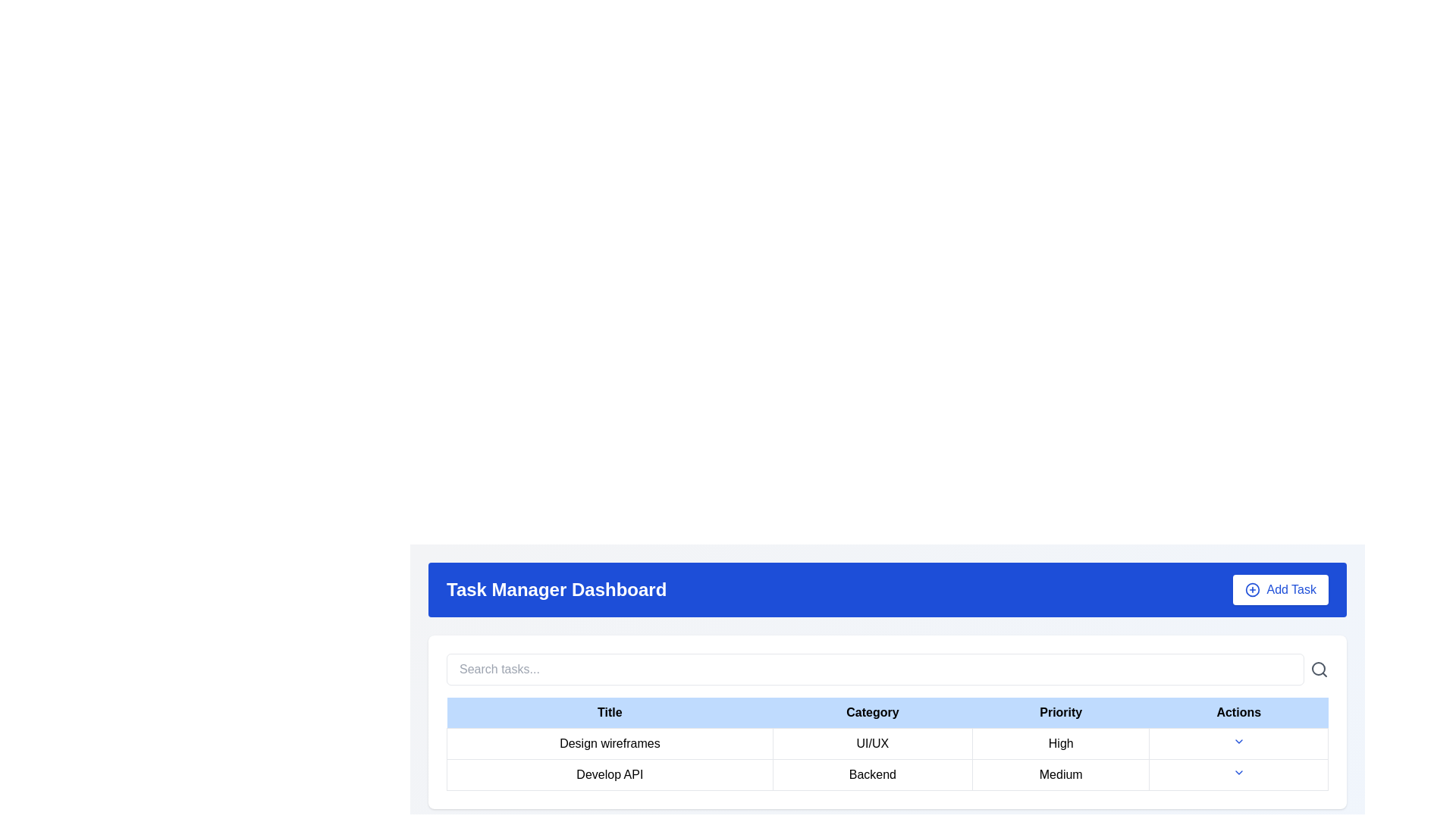 Image resolution: width=1456 pixels, height=819 pixels. I want to click on the 'Category' label in the table that corresponds to the row for 'Design wireframes' with a contextual classification of 'High', so click(872, 742).